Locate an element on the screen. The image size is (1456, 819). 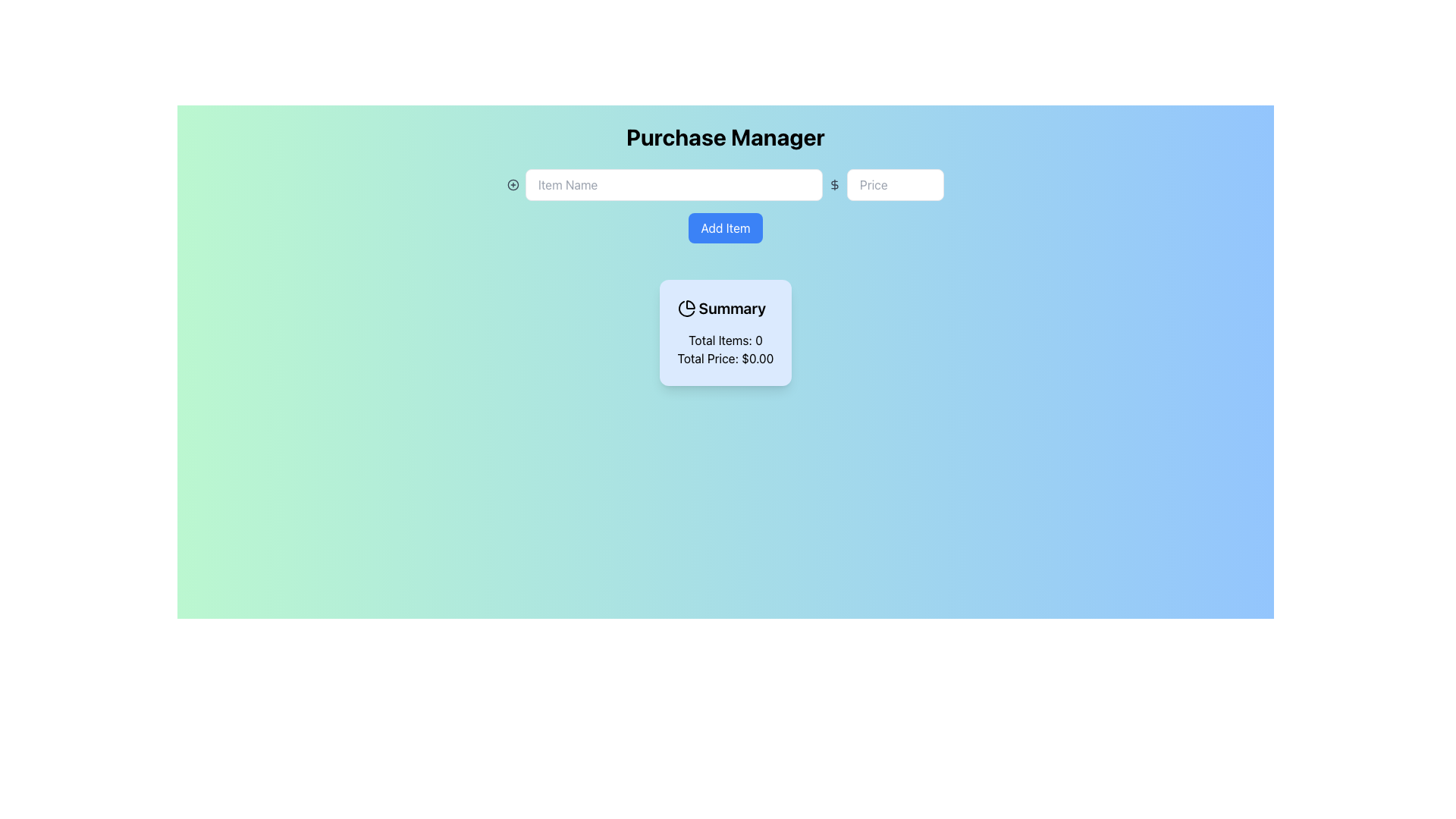
the informational panel with a light blue background that displays the title 'Summary' and includes details about total items and price is located at coordinates (724, 332).